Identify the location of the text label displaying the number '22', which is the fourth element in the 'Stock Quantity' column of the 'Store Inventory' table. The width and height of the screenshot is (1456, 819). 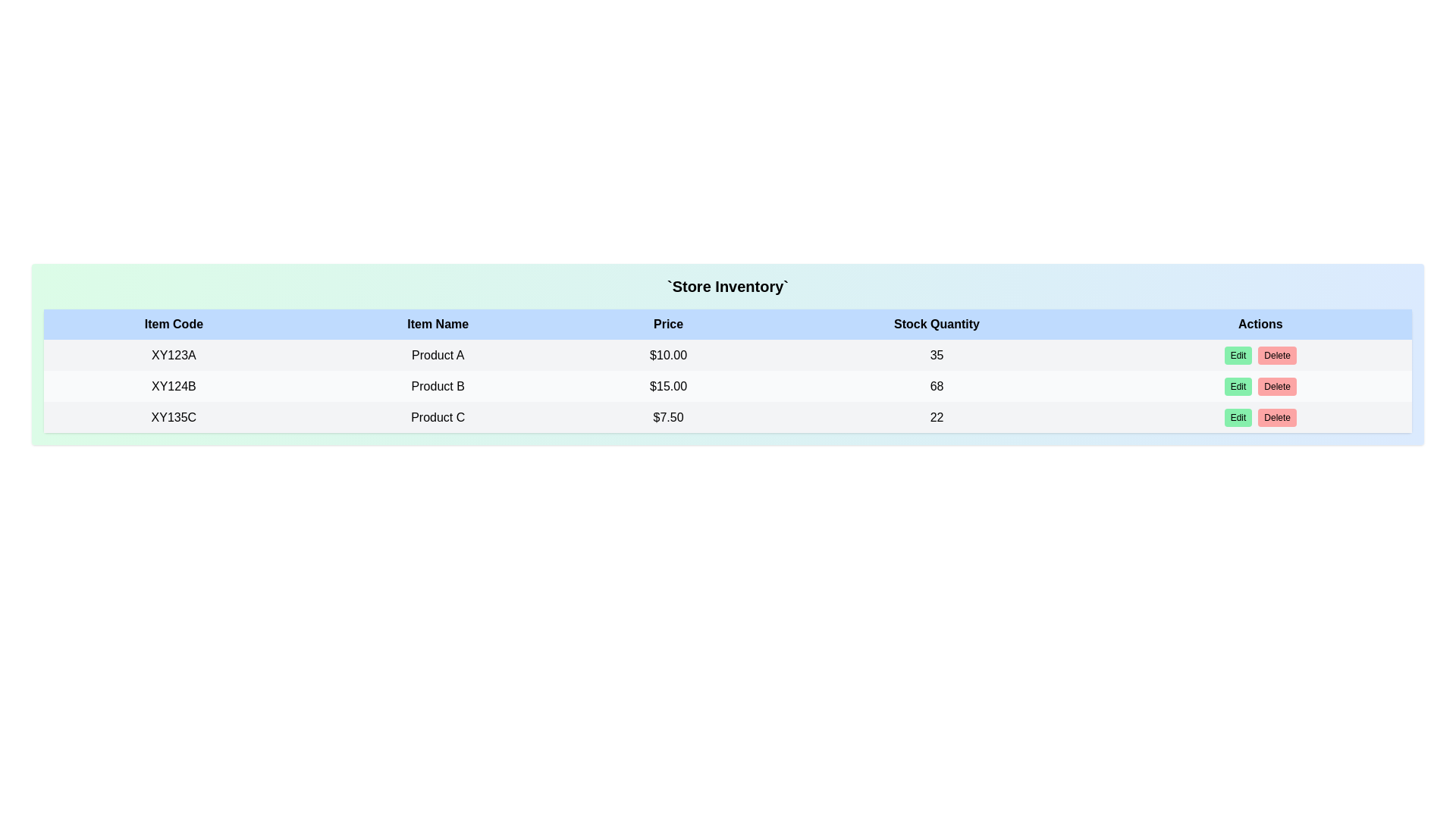
(936, 417).